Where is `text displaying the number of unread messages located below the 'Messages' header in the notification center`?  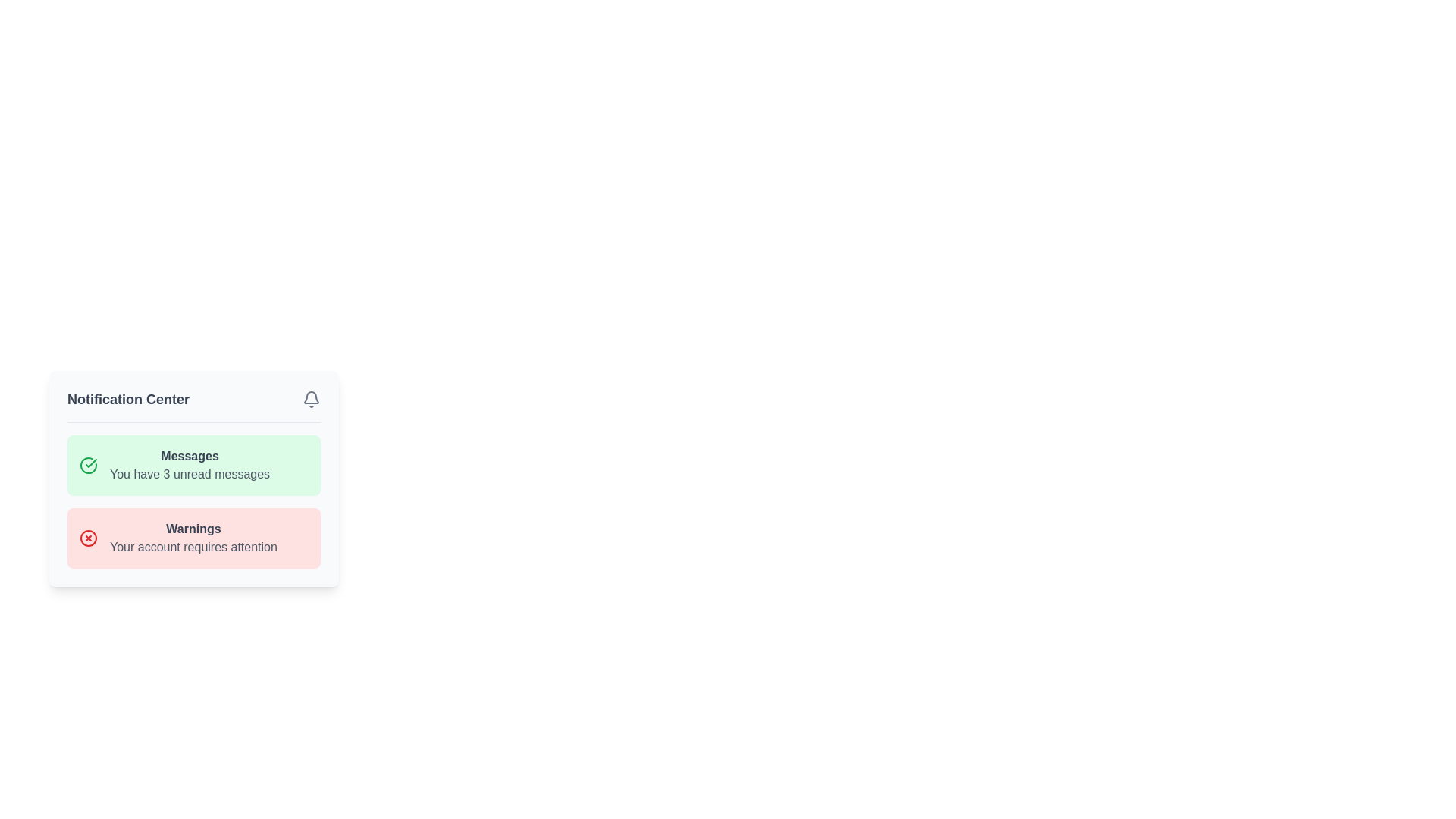
text displaying the number of unread messages located below the 'Messages' header in the notification center is located at coordinates (189, 473).